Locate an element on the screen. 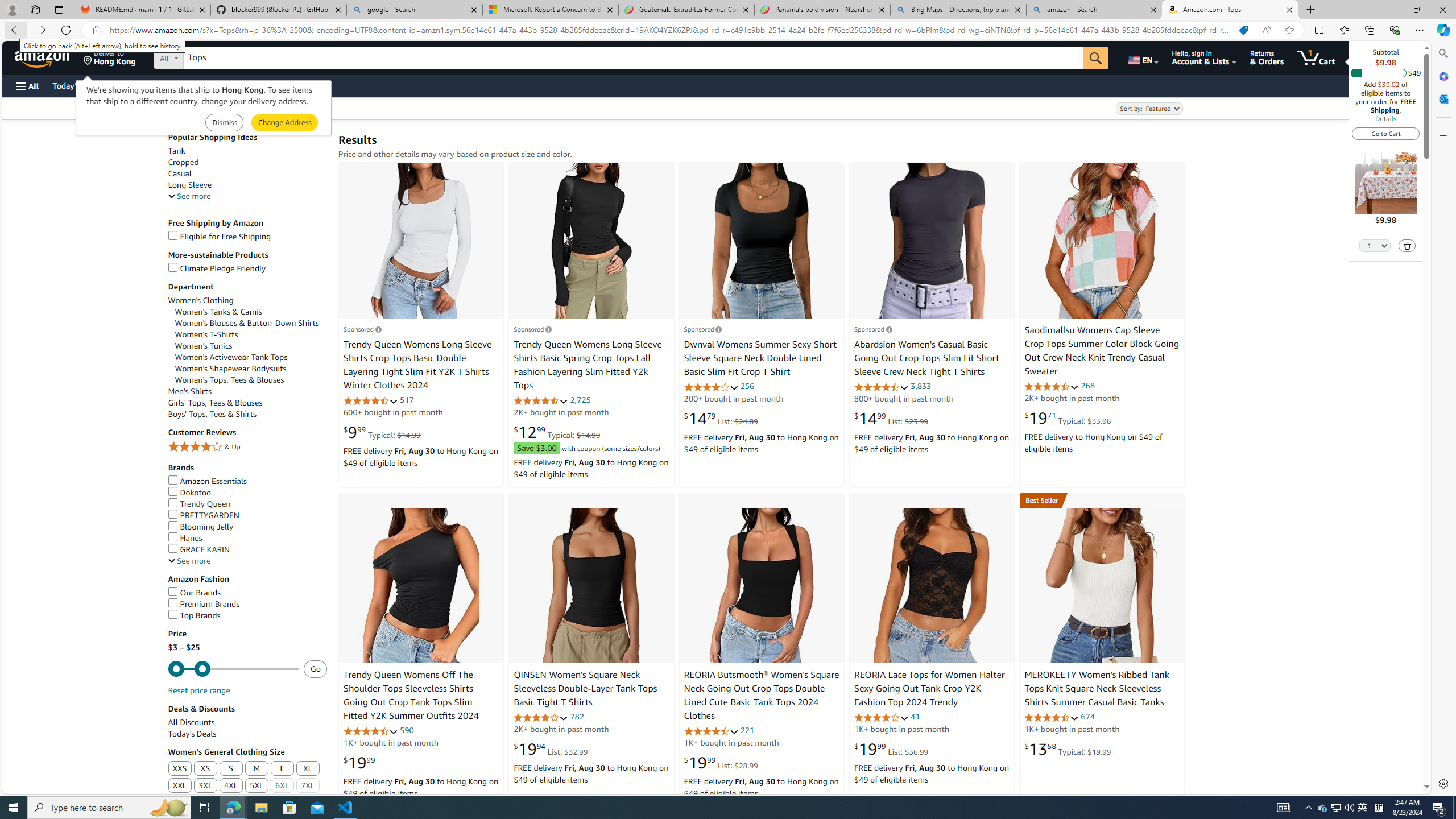 The image size is (1456, 819). 'Amazon Essentials' is located at coordinates (247, 481).